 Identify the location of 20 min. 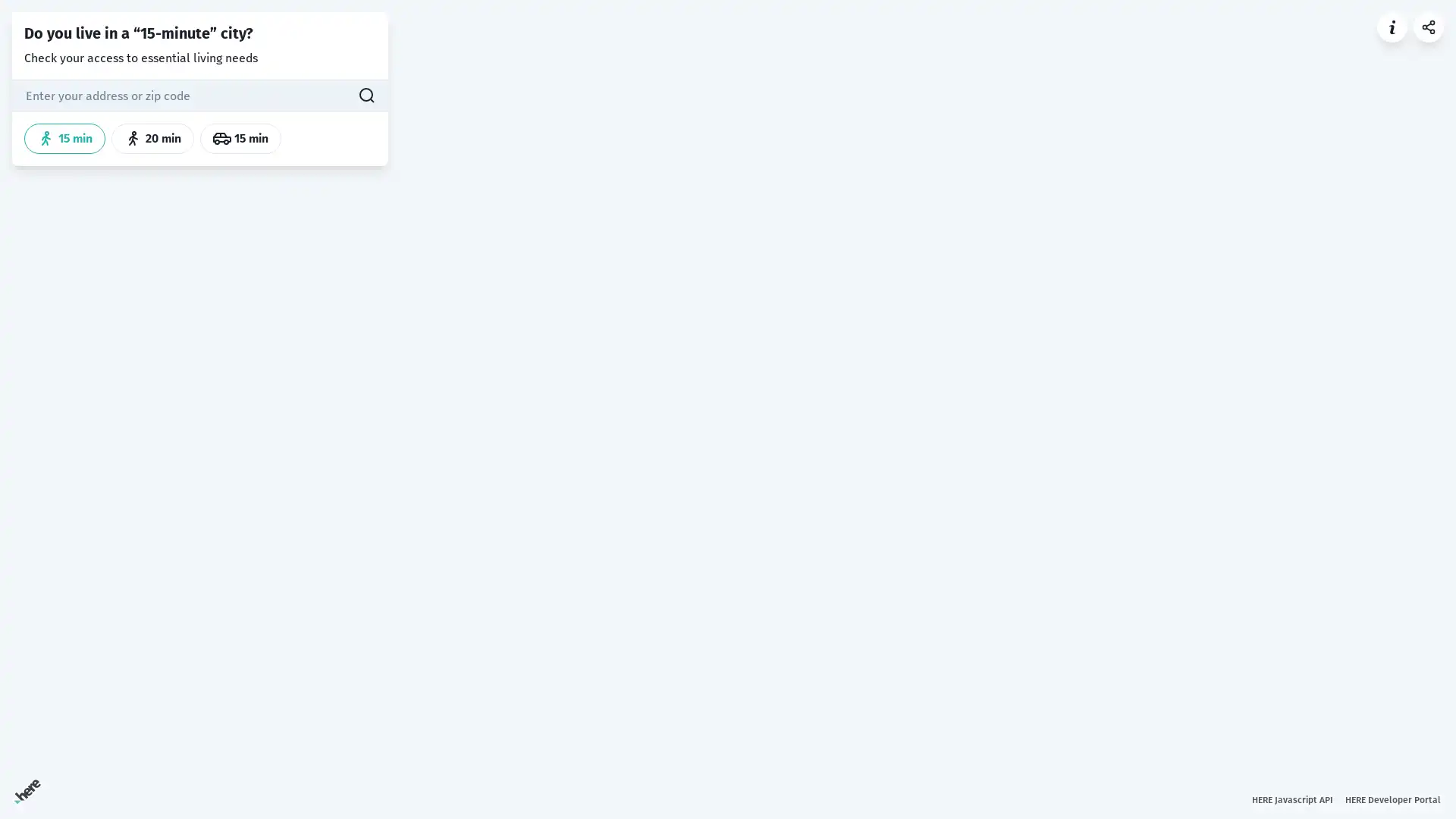
(152, 138).